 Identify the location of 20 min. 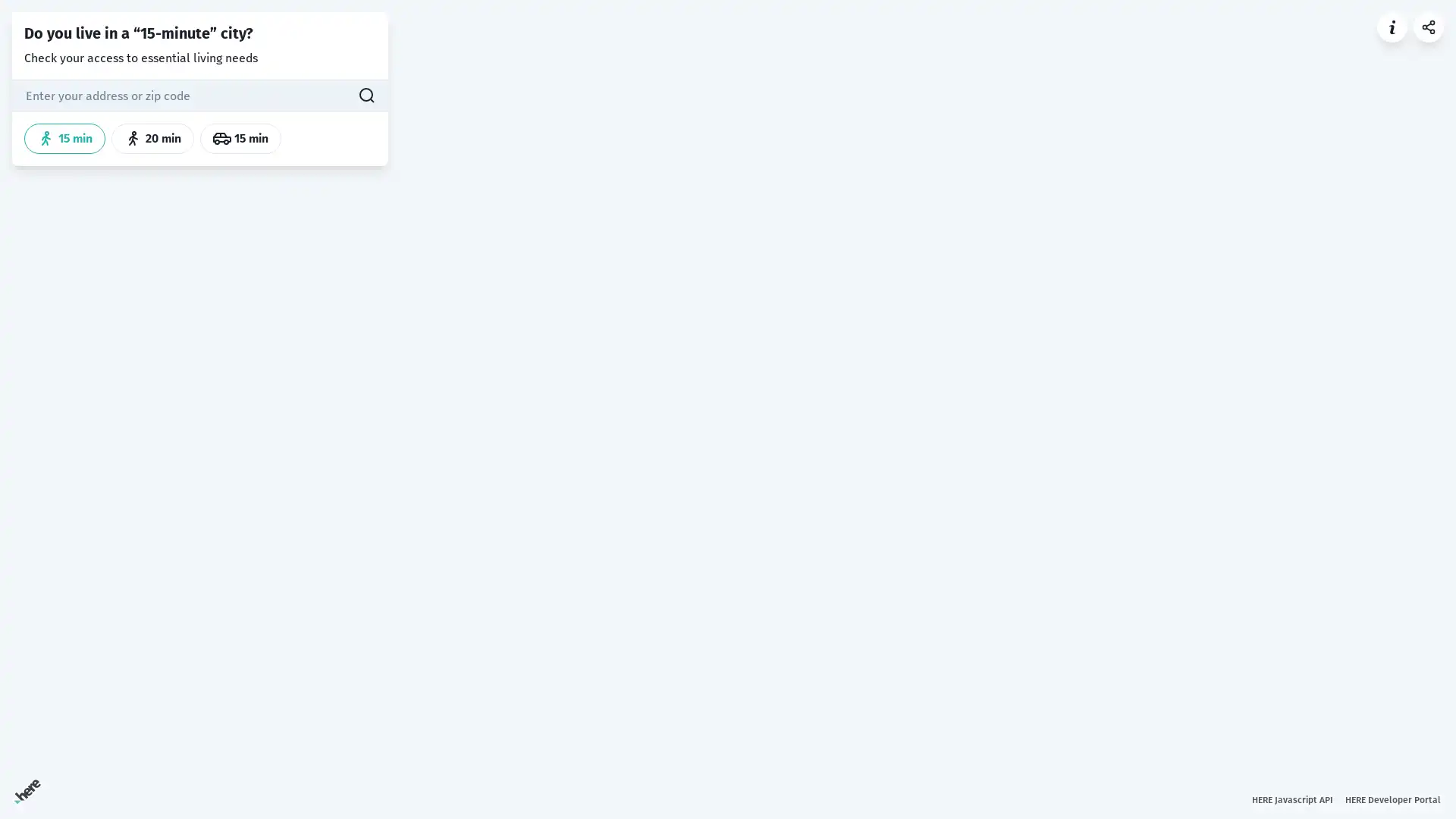
(152, 138).